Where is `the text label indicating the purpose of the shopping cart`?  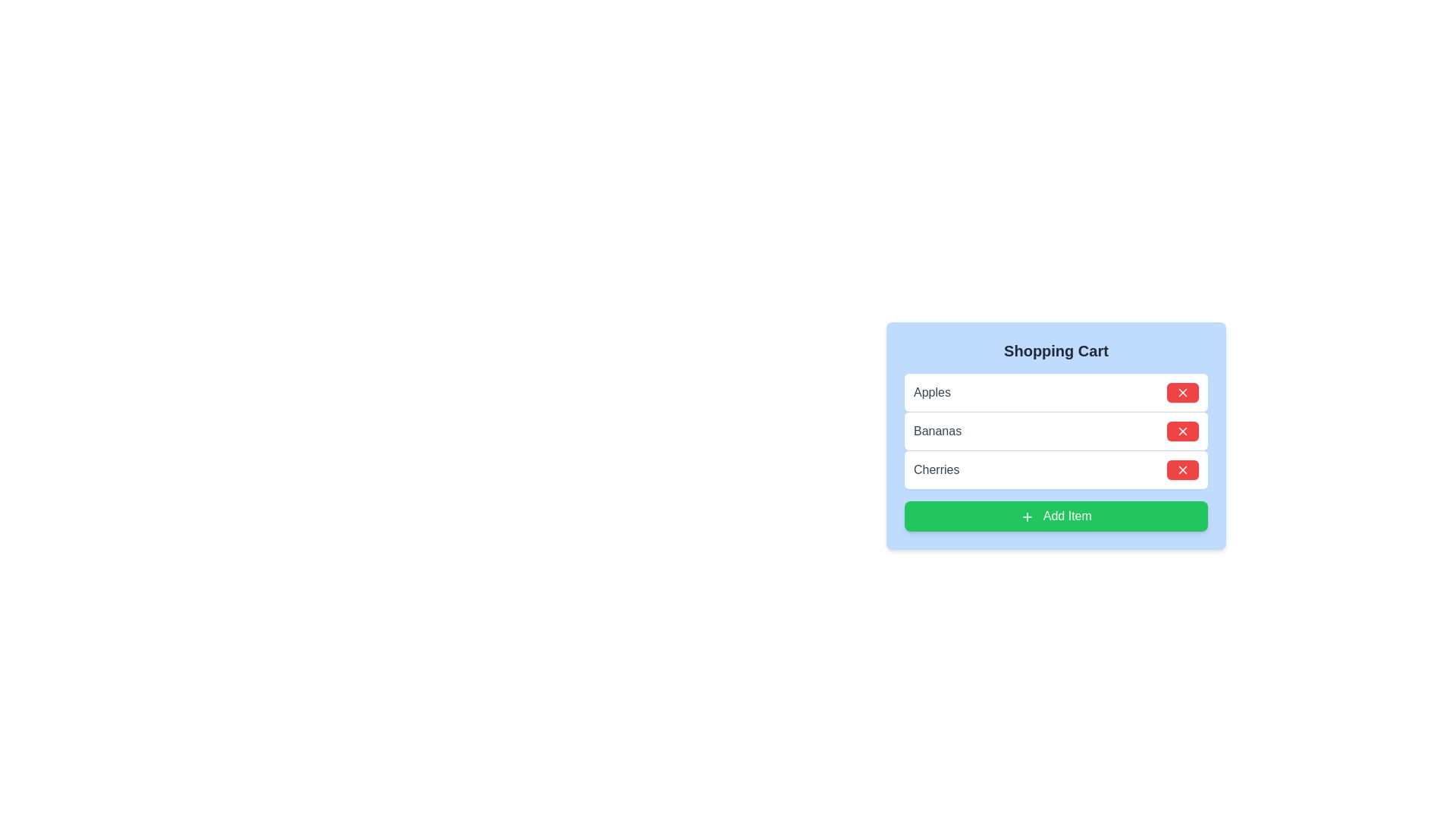
the text label indicating the purpose of the shopping cart is located at coordinates (1055, 350).